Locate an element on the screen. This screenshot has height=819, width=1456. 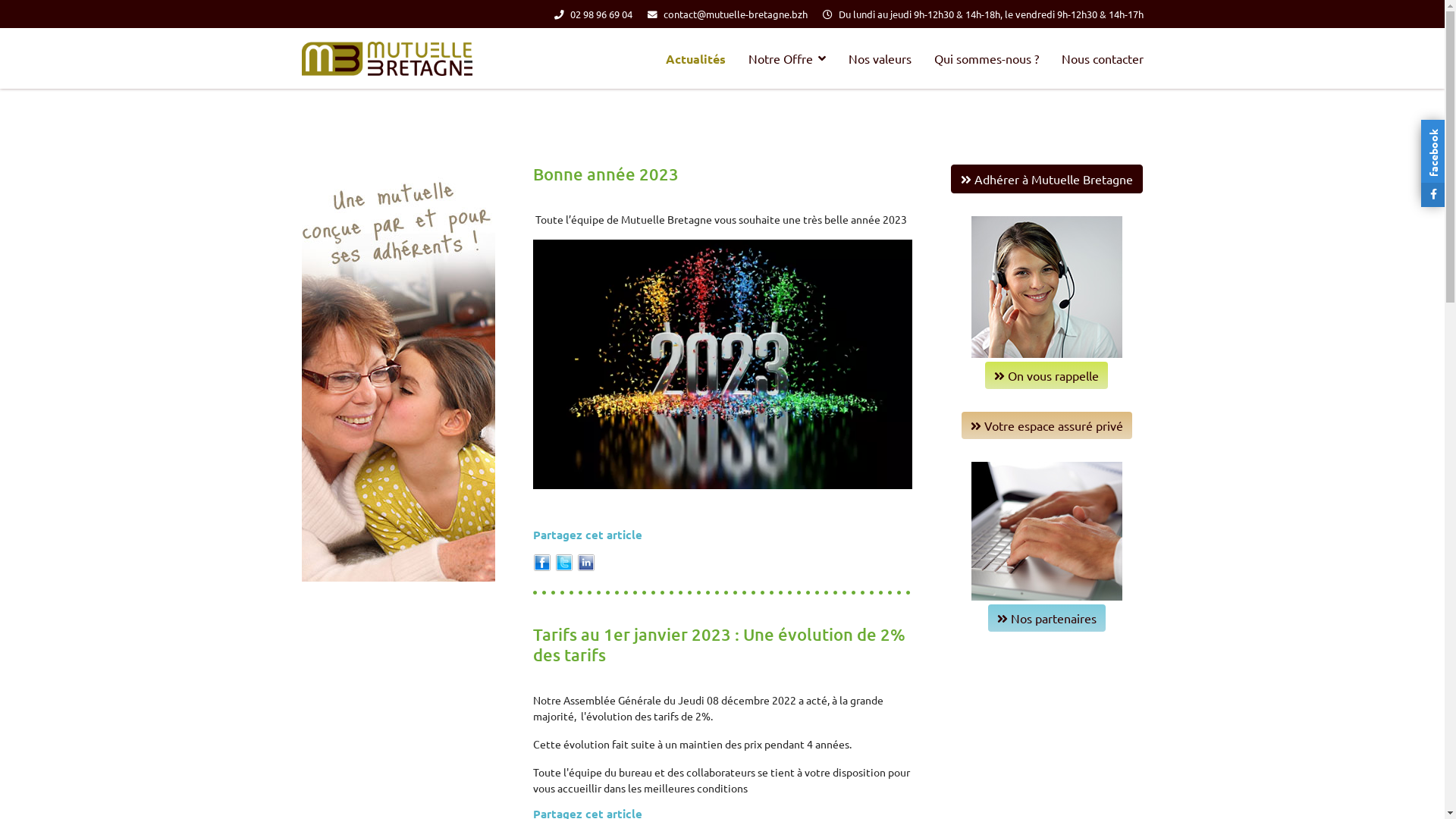
'Submit to LinkedIn' is located at coordinates (585, 561).